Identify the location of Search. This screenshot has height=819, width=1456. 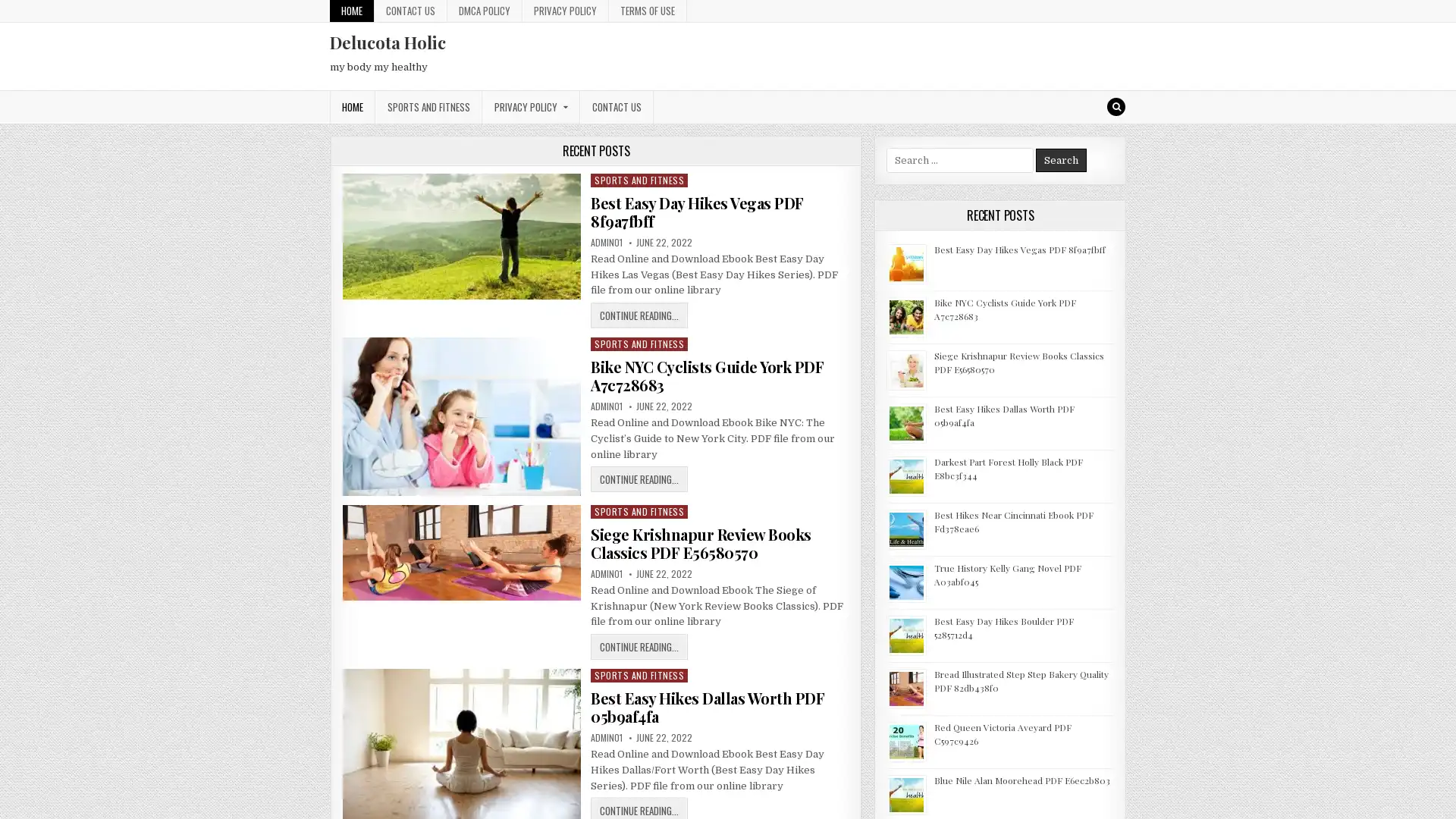
(1060, 160).